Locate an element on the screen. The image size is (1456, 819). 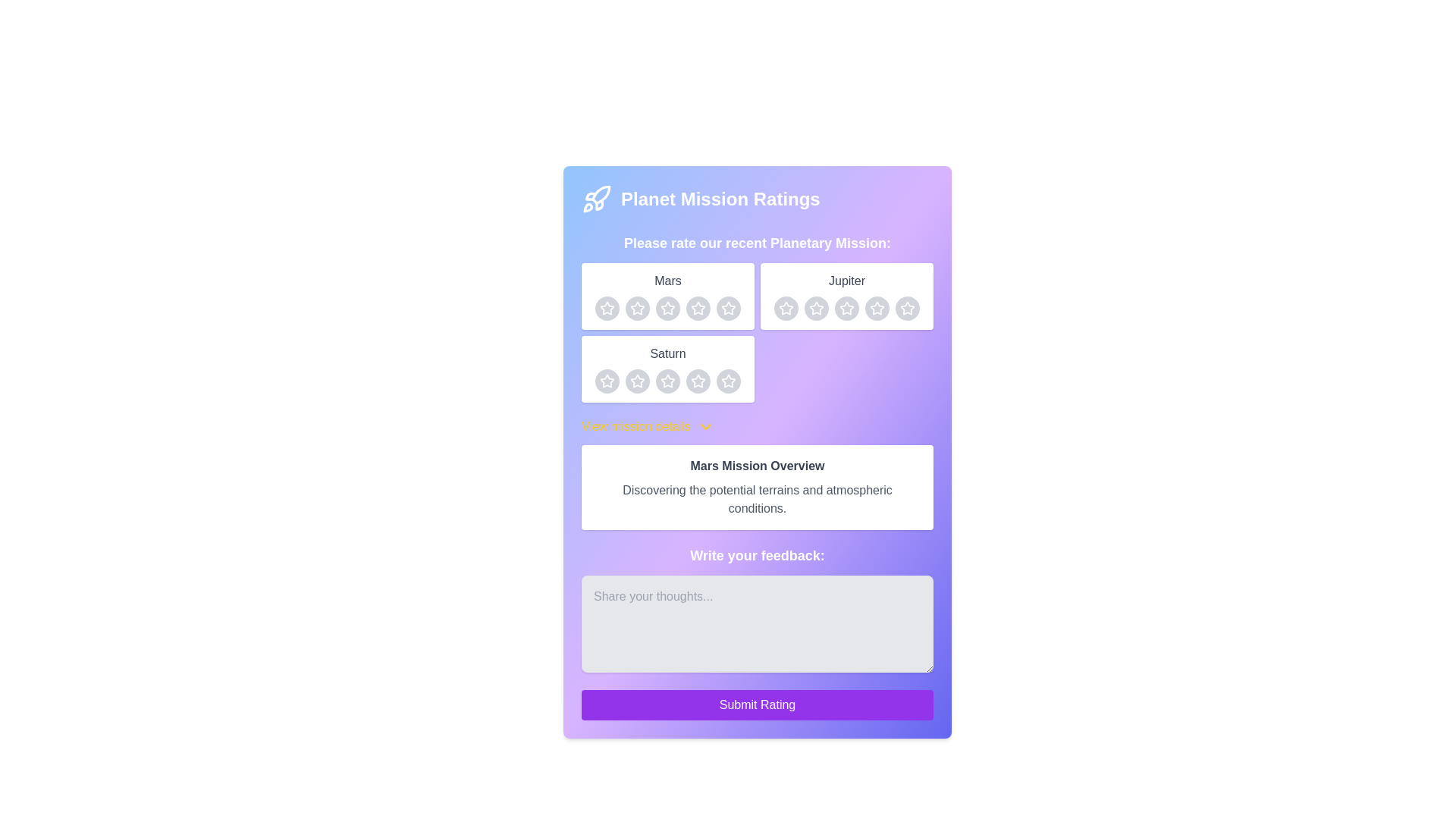
the rocket icon located at the top left of the card header, next to the title 'Planet Mission Ratings' is located at coordinates (596, 198).